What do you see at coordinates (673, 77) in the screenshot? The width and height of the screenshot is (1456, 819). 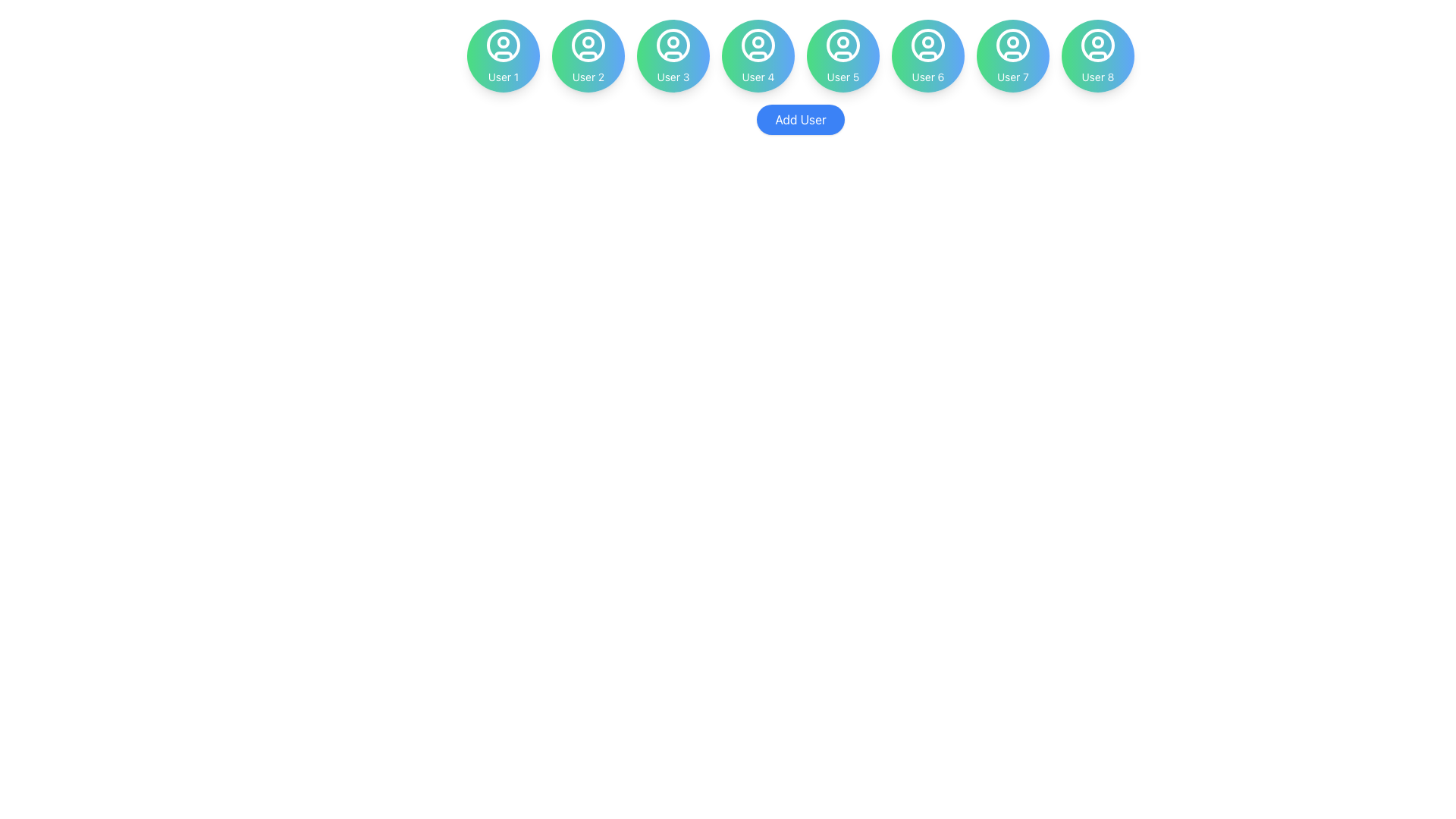 I see `the text label displaying 'User 3', which is located at the base of a circular user representation icon, specifically the 3rd position from the left` at bounding box center [673, 77].